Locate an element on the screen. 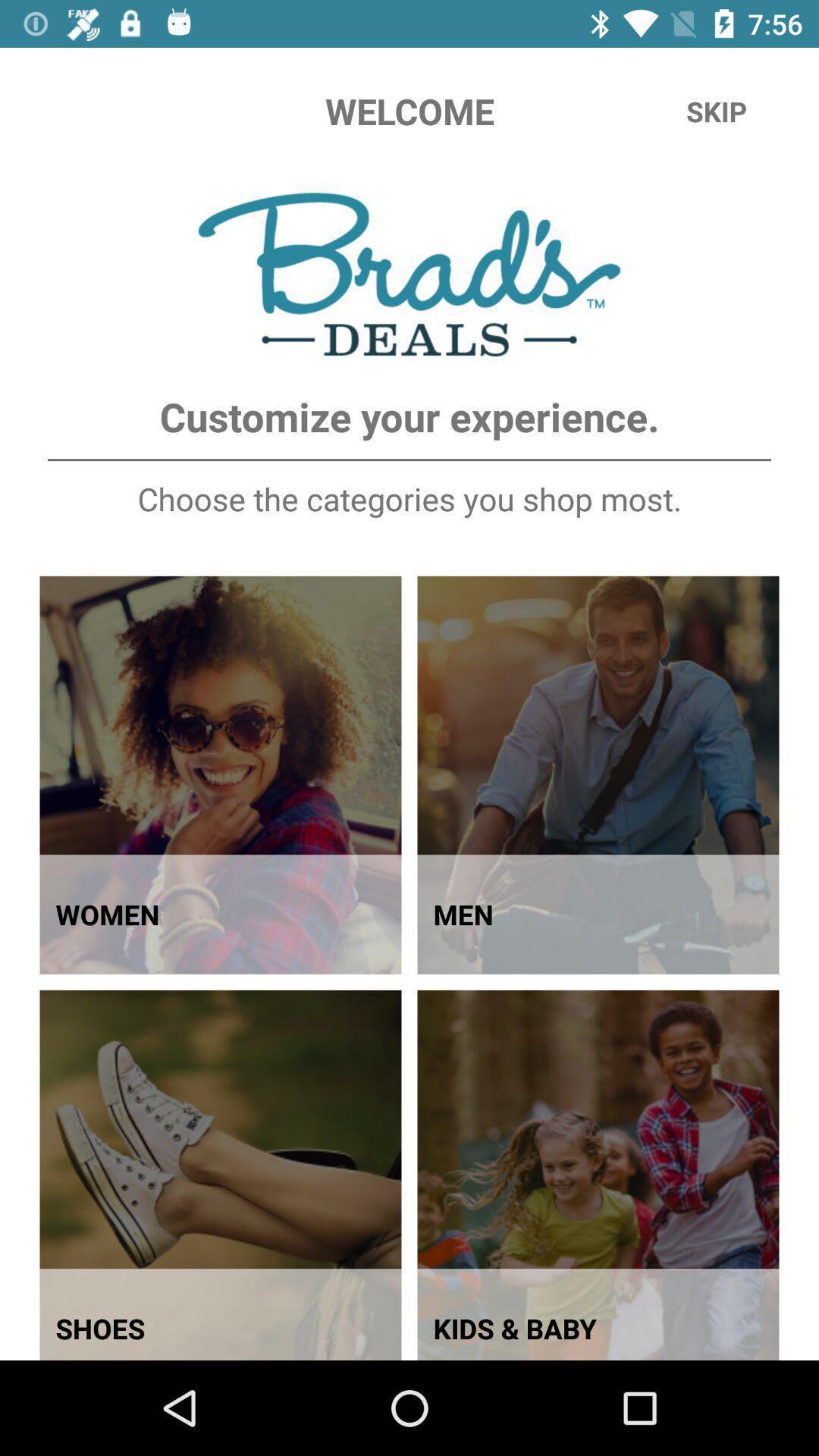 This screenshot has height=1456, width=819. the skip item is located at coordinates (717, 111).